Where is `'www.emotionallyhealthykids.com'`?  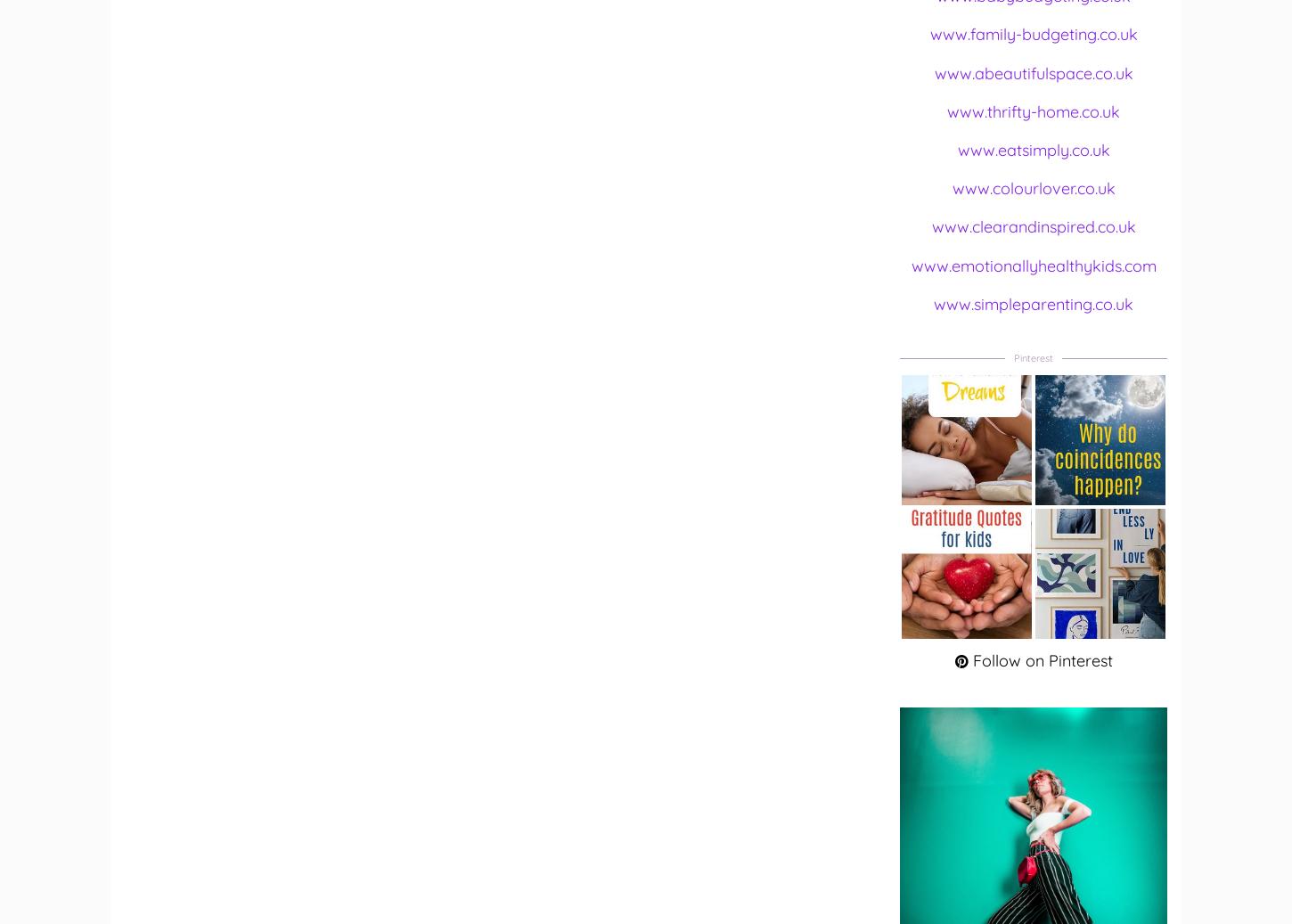 'www.emotionallyhealthykids.com' is located at coordinates (1032, 264).